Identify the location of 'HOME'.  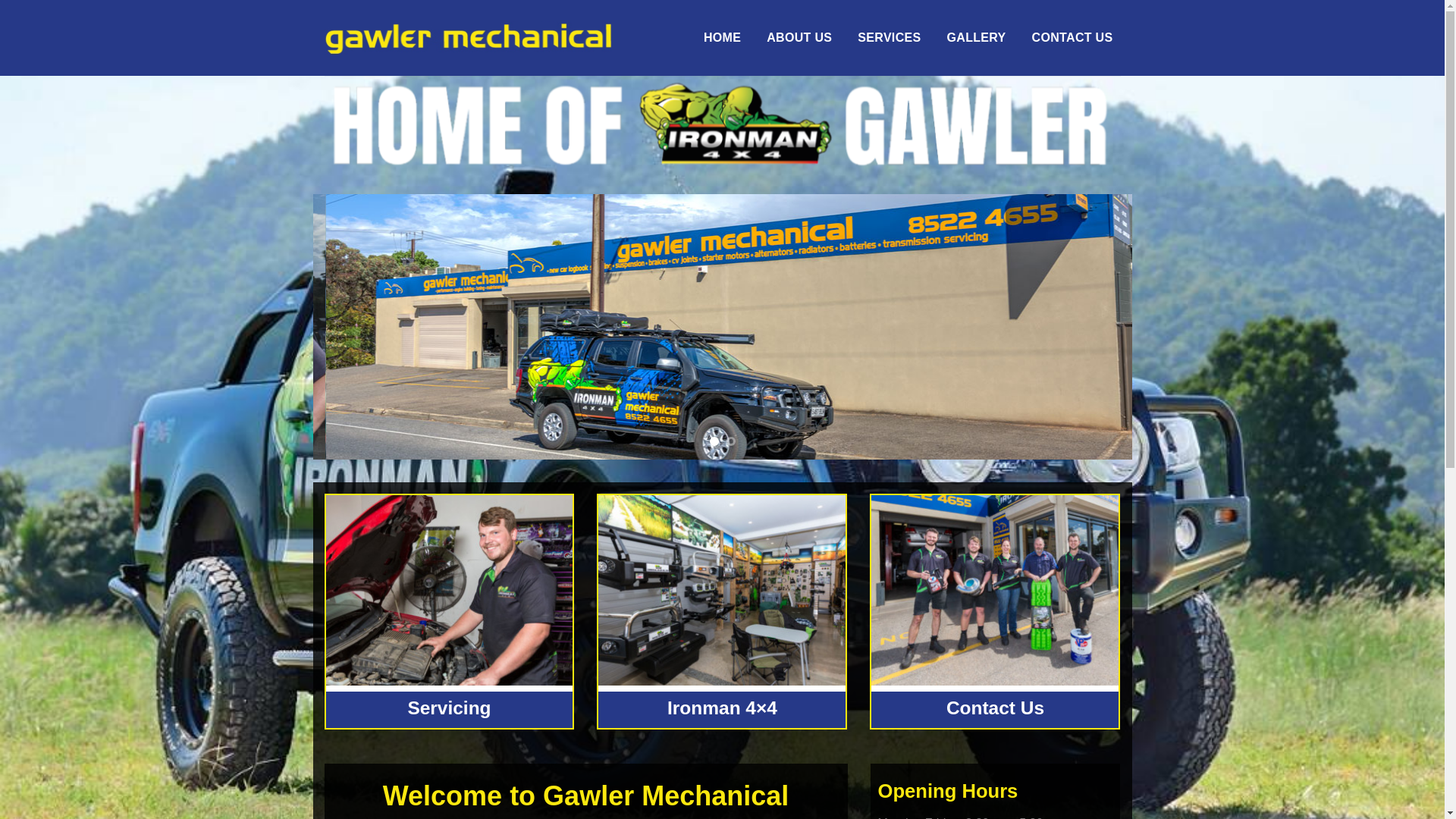
(721, 37).